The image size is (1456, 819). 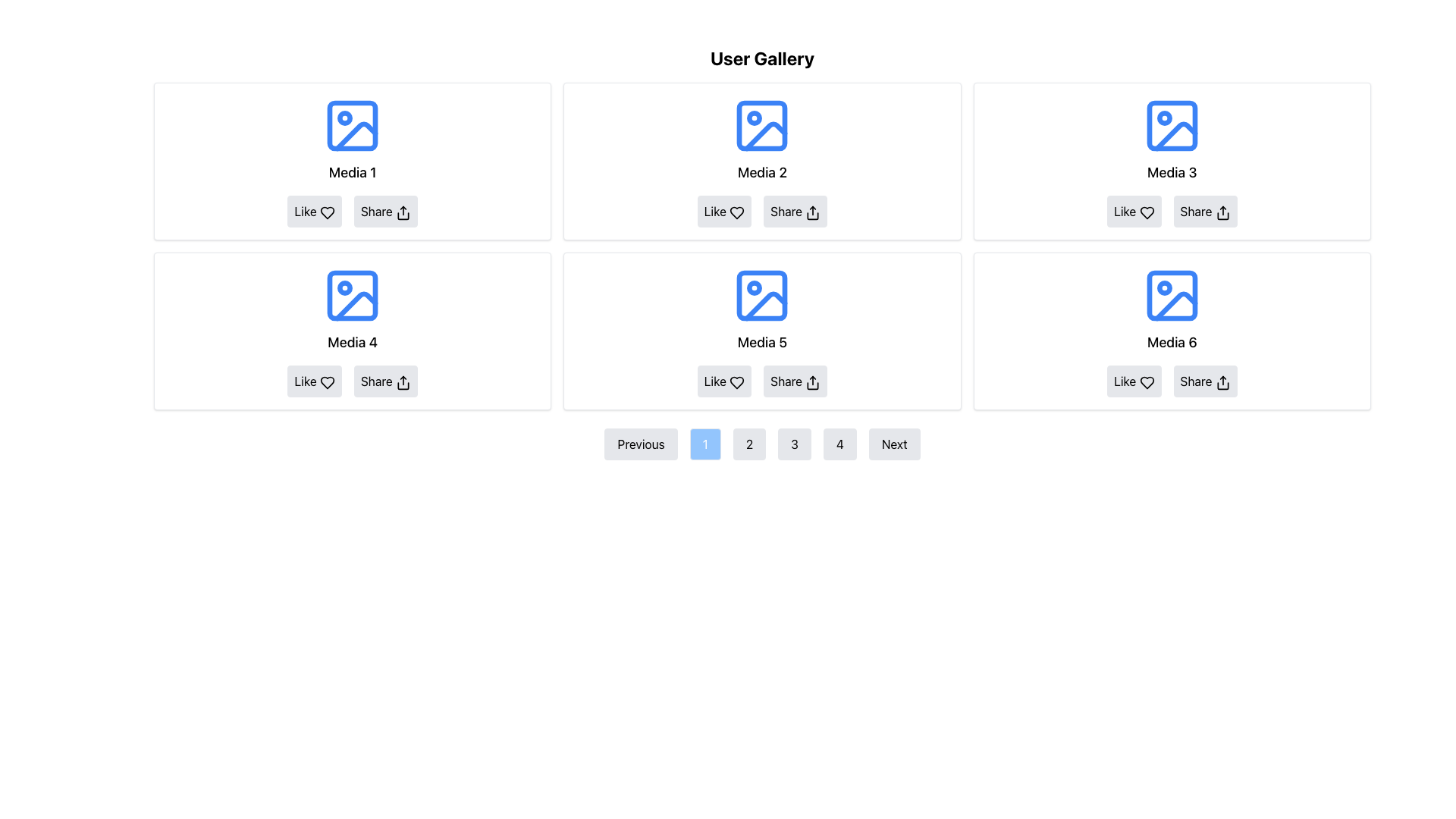 What do you see at coordinates (344, 117) in the screenshot?
I see `the small circular shape with a solid blue outline located in the upper left area of the first media card's image icon in the gallery` at bounding box center [344, 117].